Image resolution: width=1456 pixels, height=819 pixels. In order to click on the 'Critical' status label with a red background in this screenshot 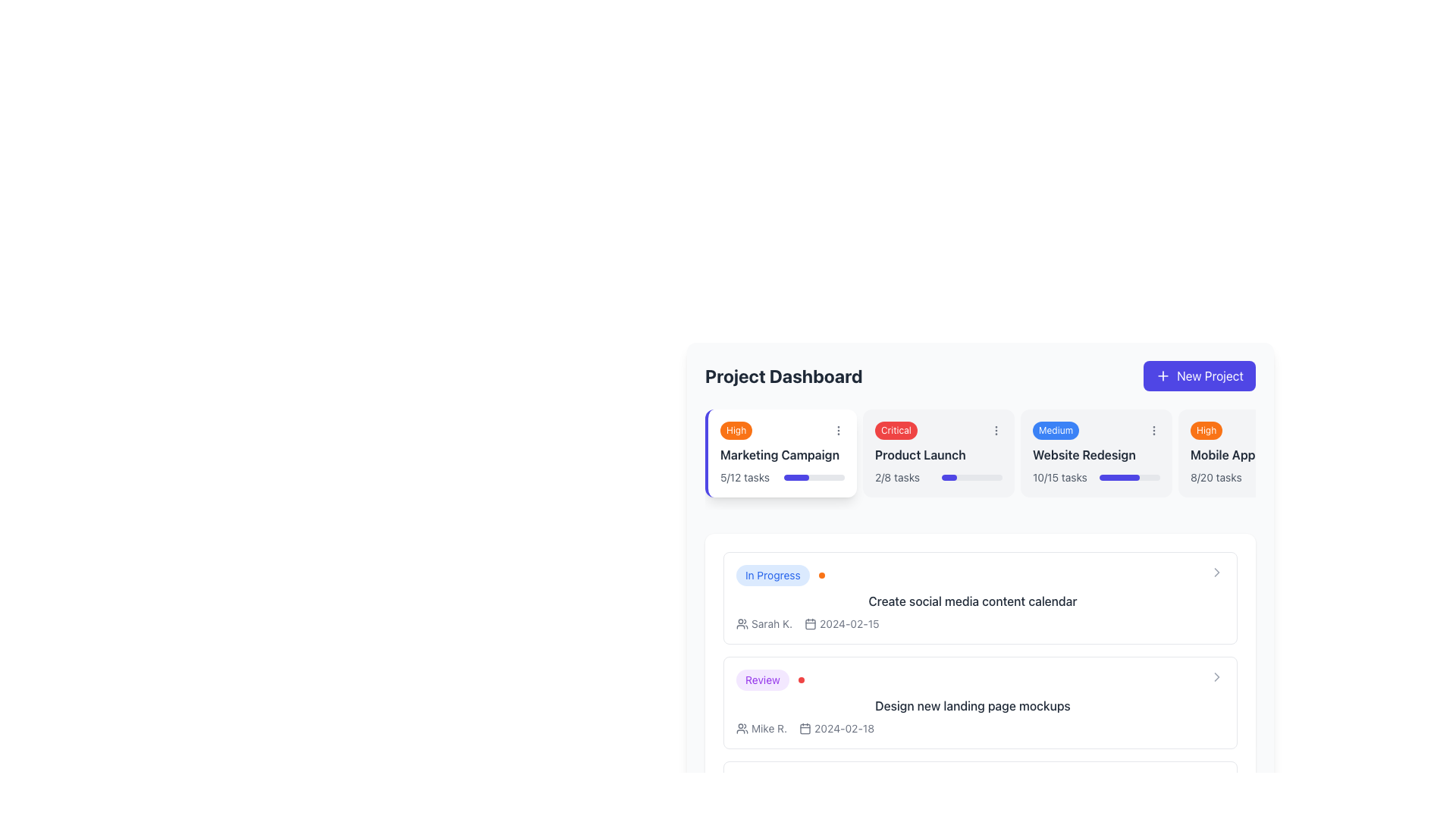, I will do `click(938, 430)`.